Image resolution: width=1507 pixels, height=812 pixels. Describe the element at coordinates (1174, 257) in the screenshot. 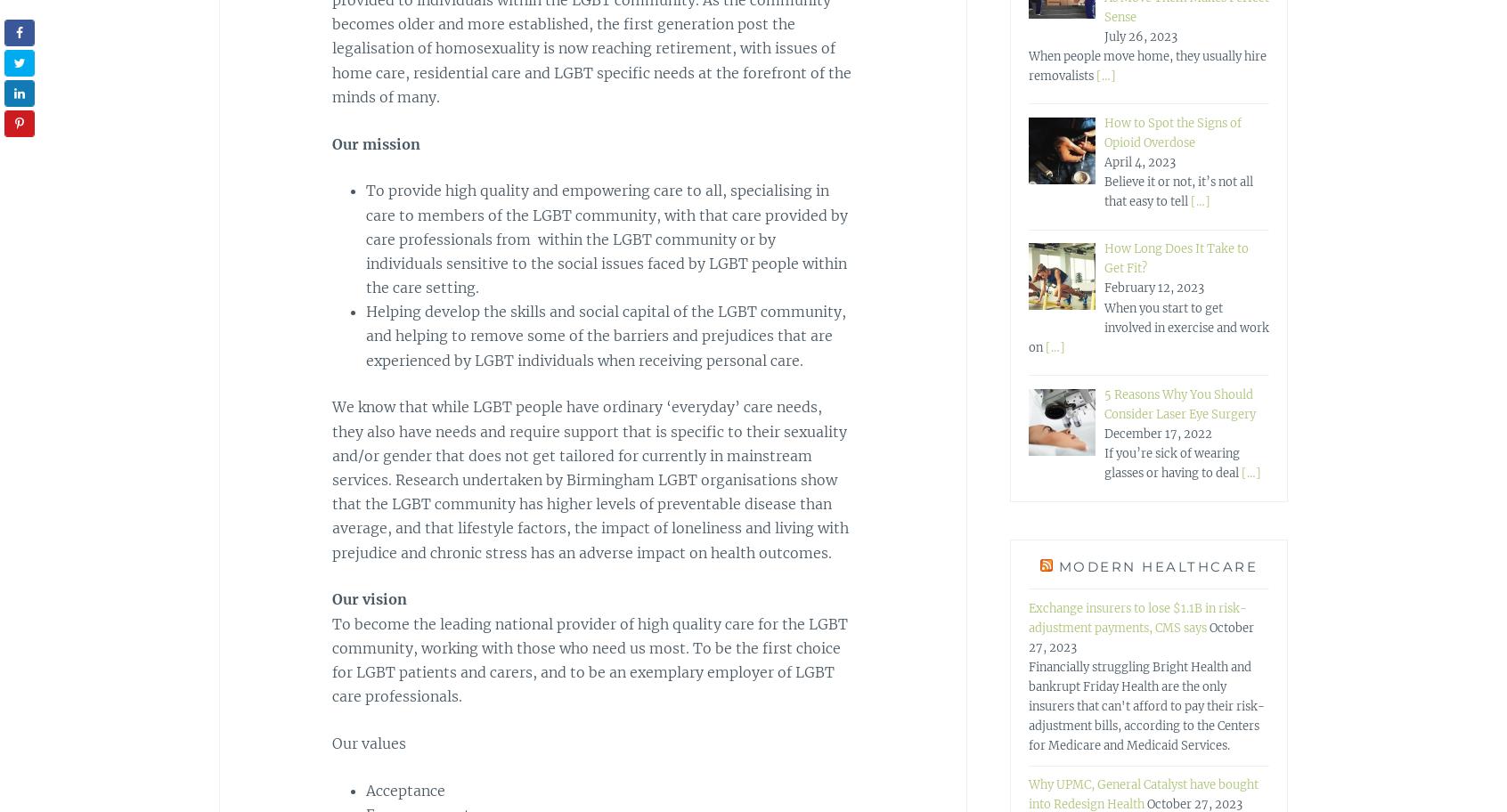

I see `'How Long Does It Take to Get Fit?'` at that location.